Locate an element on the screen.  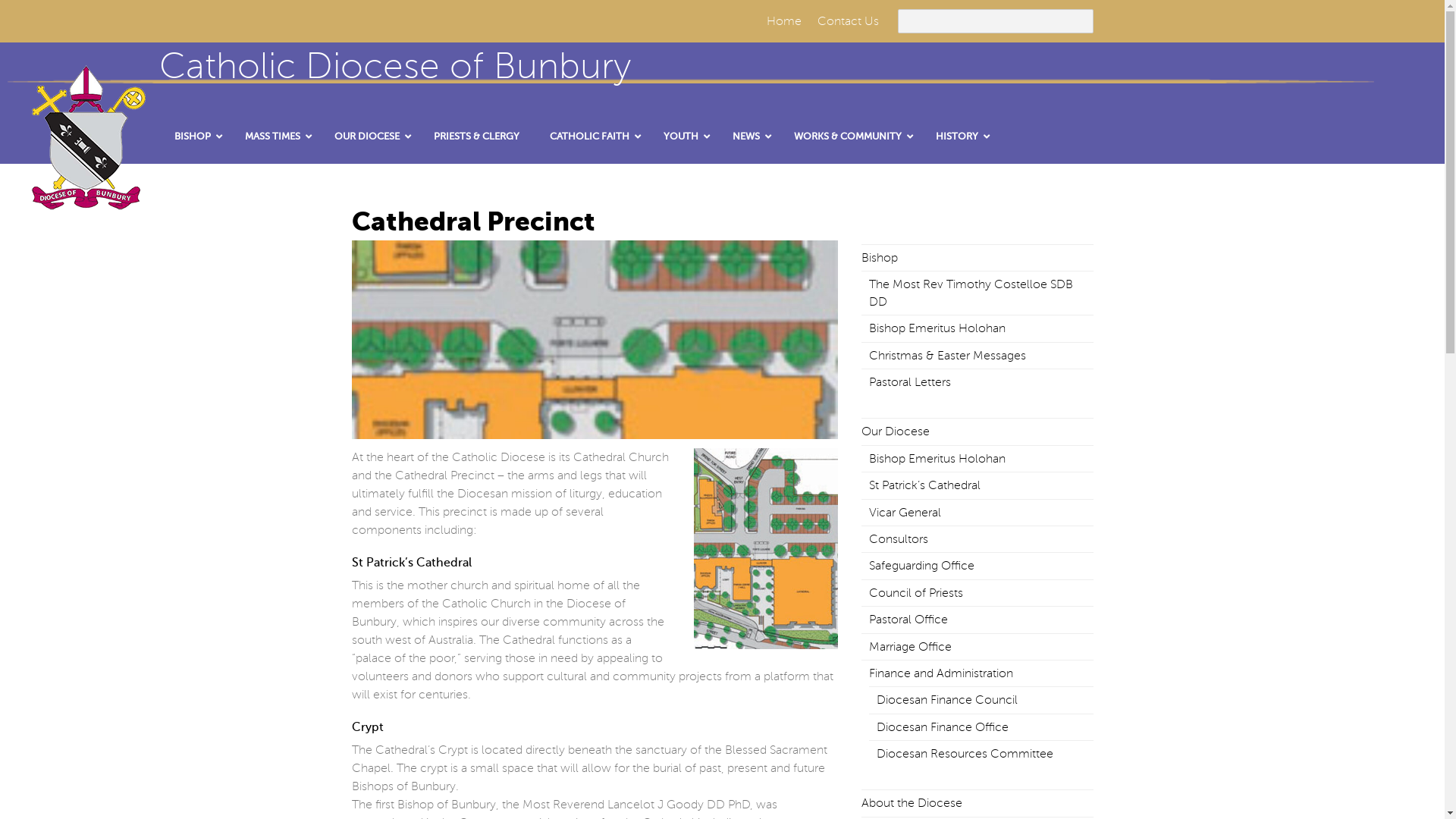
'NEWS' is located at coordinates (748, 135).